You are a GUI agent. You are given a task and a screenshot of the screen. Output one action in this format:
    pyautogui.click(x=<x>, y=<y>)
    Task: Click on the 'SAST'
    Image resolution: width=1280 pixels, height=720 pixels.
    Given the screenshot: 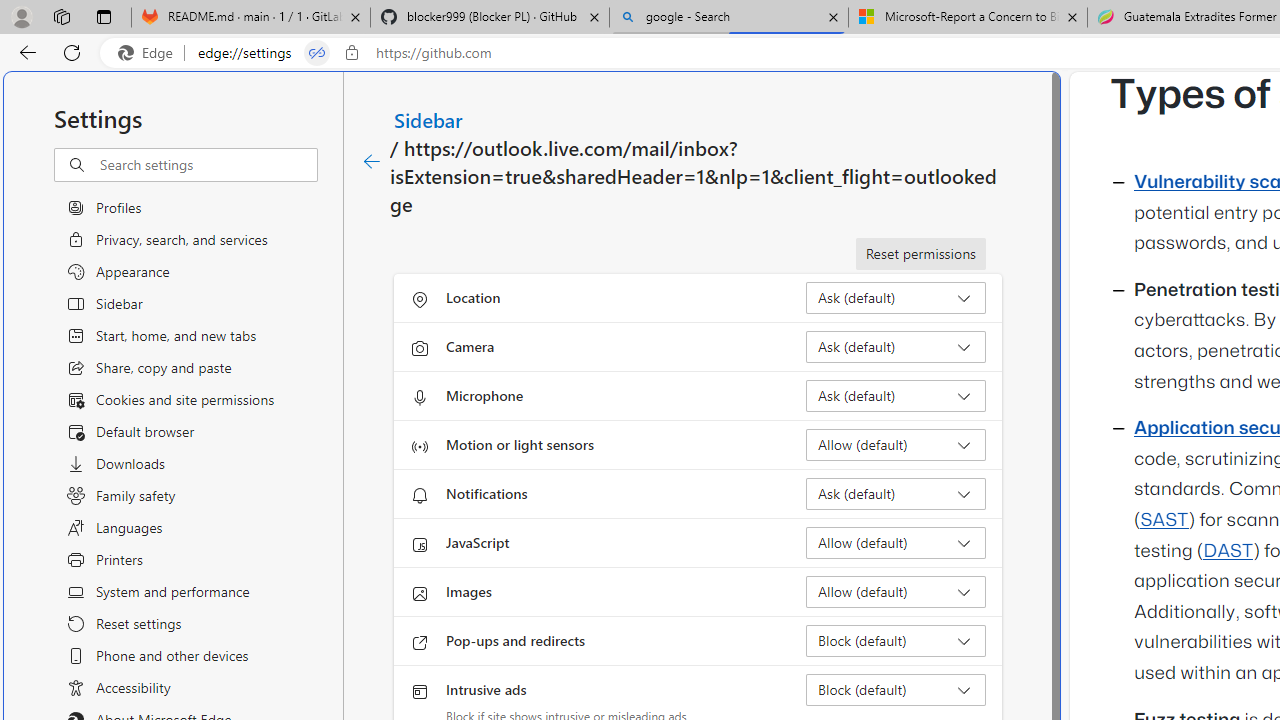 What is the action you would take?
    pyautogui.click(x=1164, y=519)
    